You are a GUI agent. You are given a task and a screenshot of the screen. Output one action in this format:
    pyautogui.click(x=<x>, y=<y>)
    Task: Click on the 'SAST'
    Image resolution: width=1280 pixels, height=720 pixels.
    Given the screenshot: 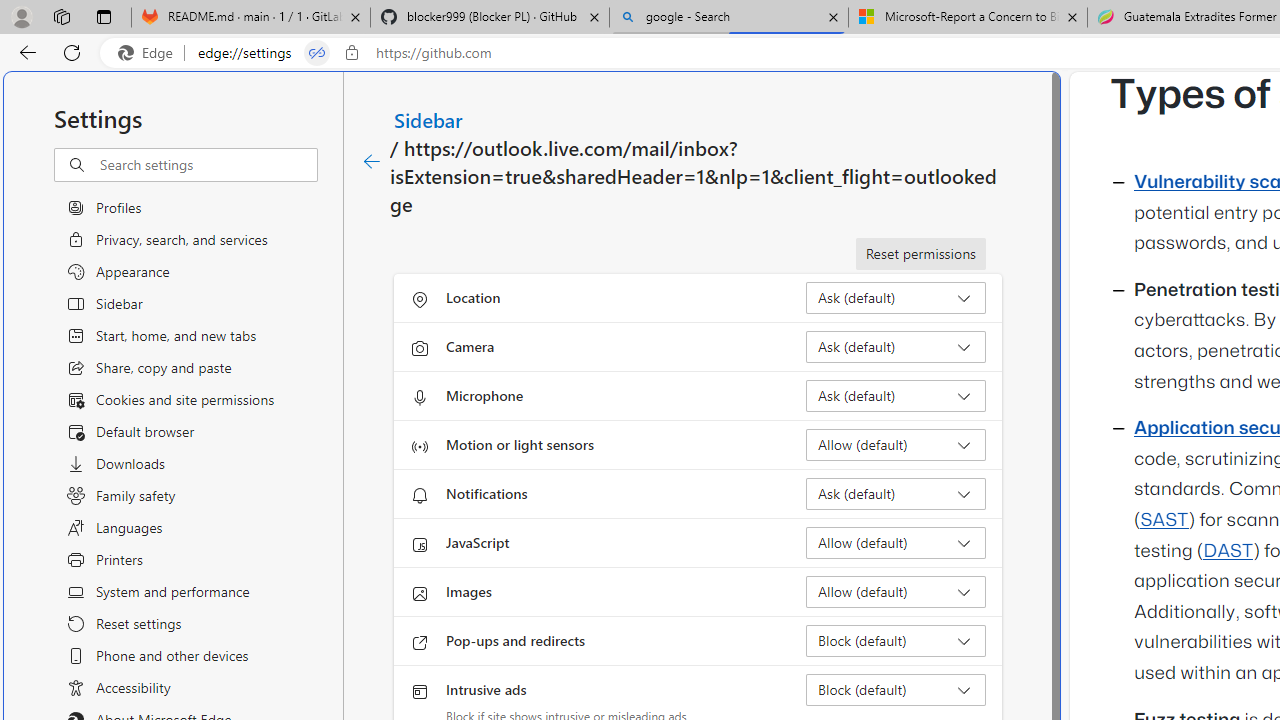 What is the action you would take?
    pyautogui.click(x=1164, y=519)
    